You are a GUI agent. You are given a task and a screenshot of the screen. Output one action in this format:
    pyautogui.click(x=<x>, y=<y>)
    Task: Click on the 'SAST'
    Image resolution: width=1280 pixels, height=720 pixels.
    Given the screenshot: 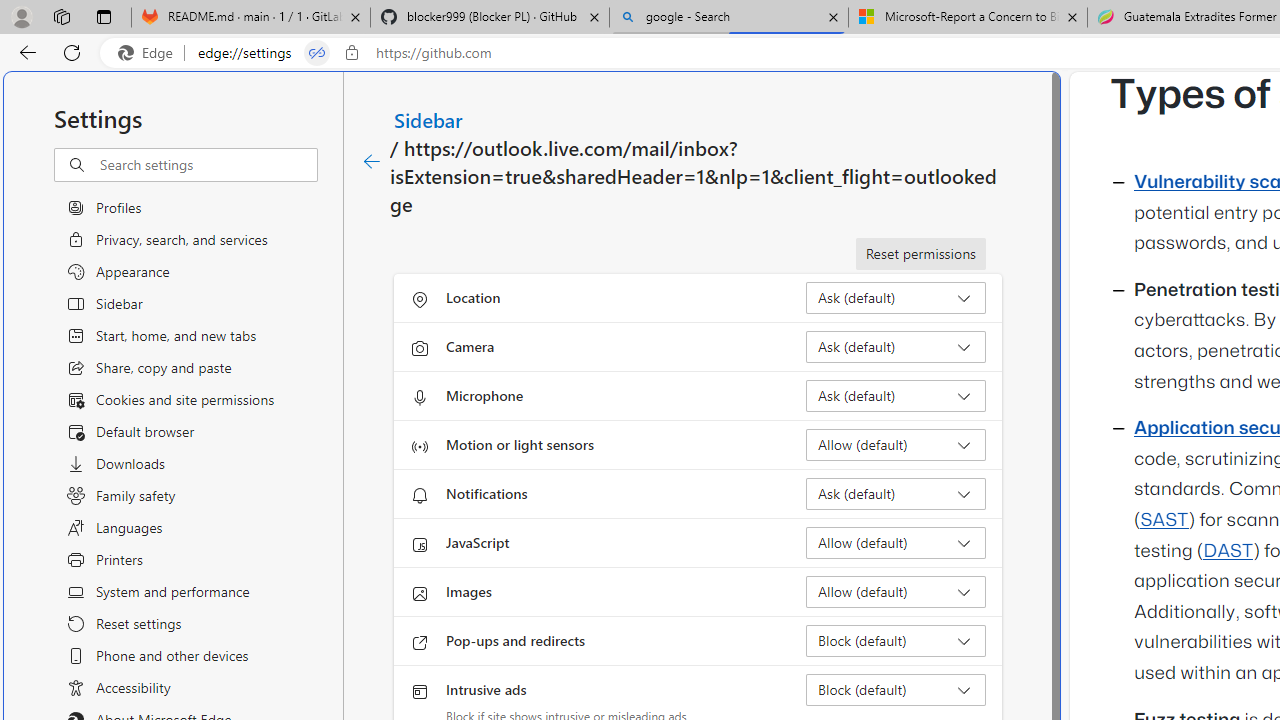 What is the action you would take?
    pyautogui.click(x=1164, y=519)
    